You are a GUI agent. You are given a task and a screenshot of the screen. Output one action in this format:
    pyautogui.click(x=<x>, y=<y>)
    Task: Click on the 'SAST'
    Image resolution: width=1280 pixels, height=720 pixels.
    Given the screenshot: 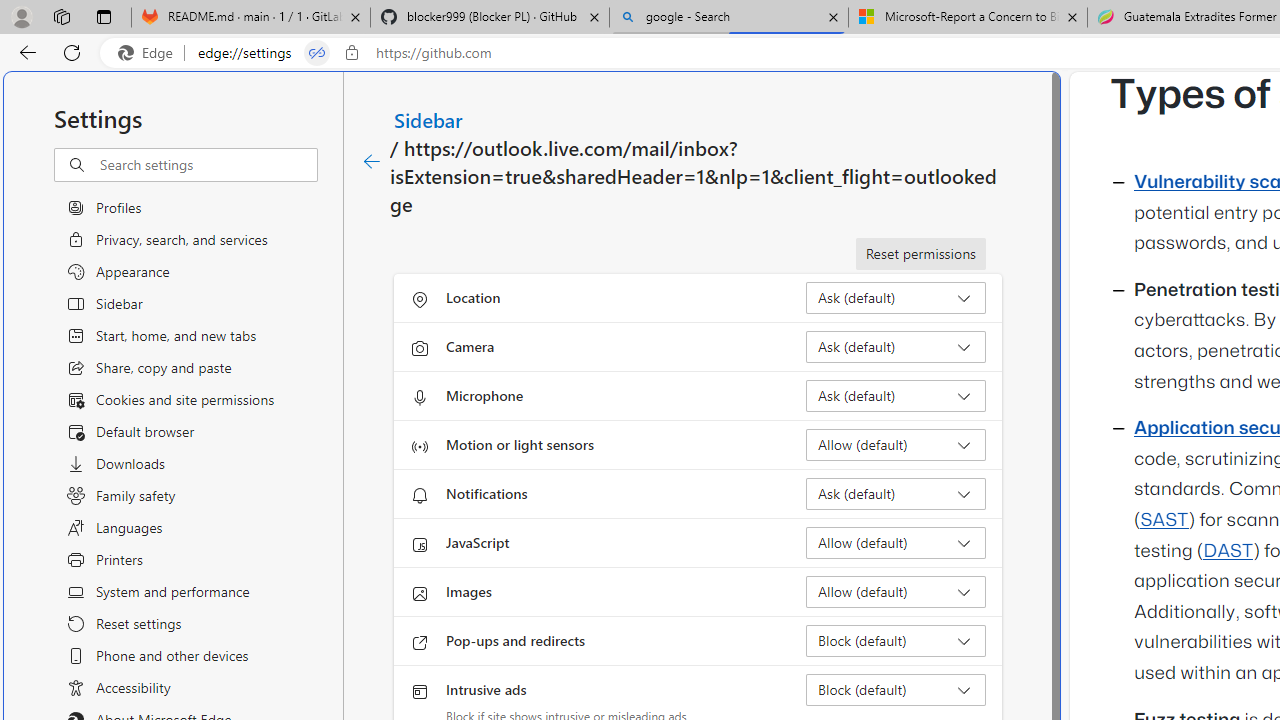 What is the action you would take?
    pyautogui.click(x=1164, y=519)
    